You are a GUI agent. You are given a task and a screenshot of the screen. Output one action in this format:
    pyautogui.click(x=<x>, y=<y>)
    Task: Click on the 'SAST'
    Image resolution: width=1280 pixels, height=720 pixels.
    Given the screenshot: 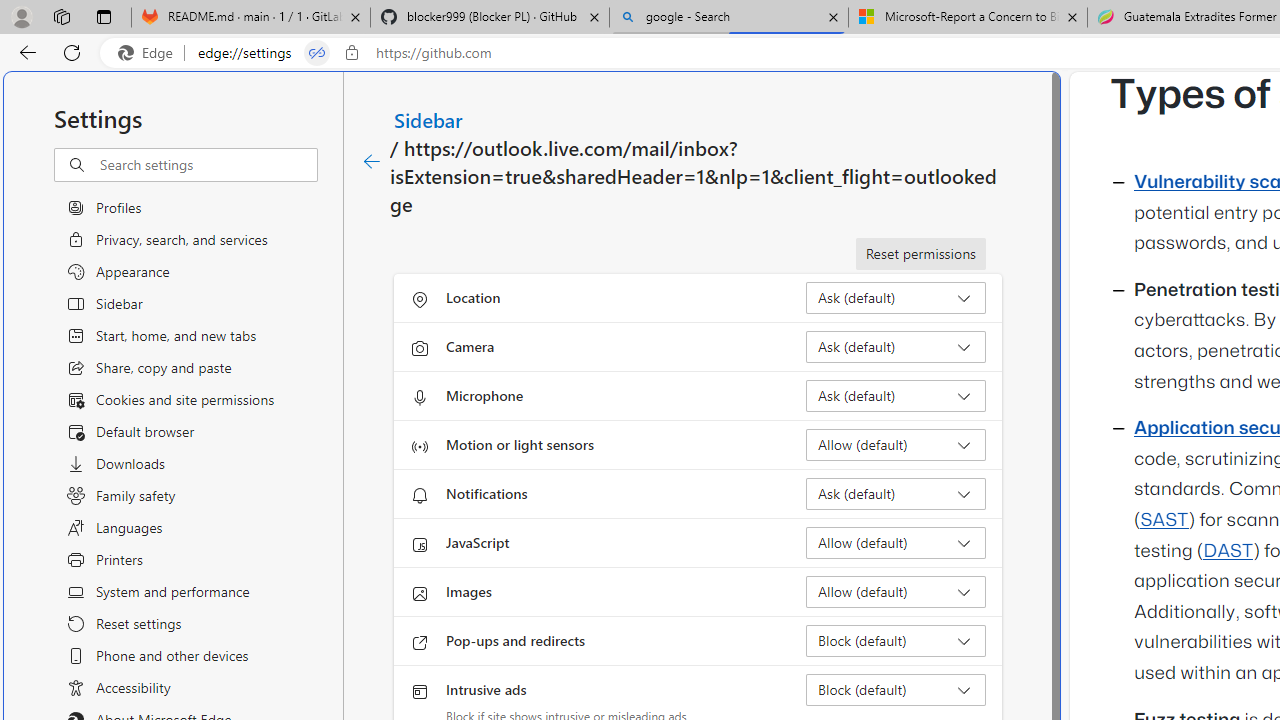 What is the action you would take?
    pyautogui.click(x=1164, y=519)
    